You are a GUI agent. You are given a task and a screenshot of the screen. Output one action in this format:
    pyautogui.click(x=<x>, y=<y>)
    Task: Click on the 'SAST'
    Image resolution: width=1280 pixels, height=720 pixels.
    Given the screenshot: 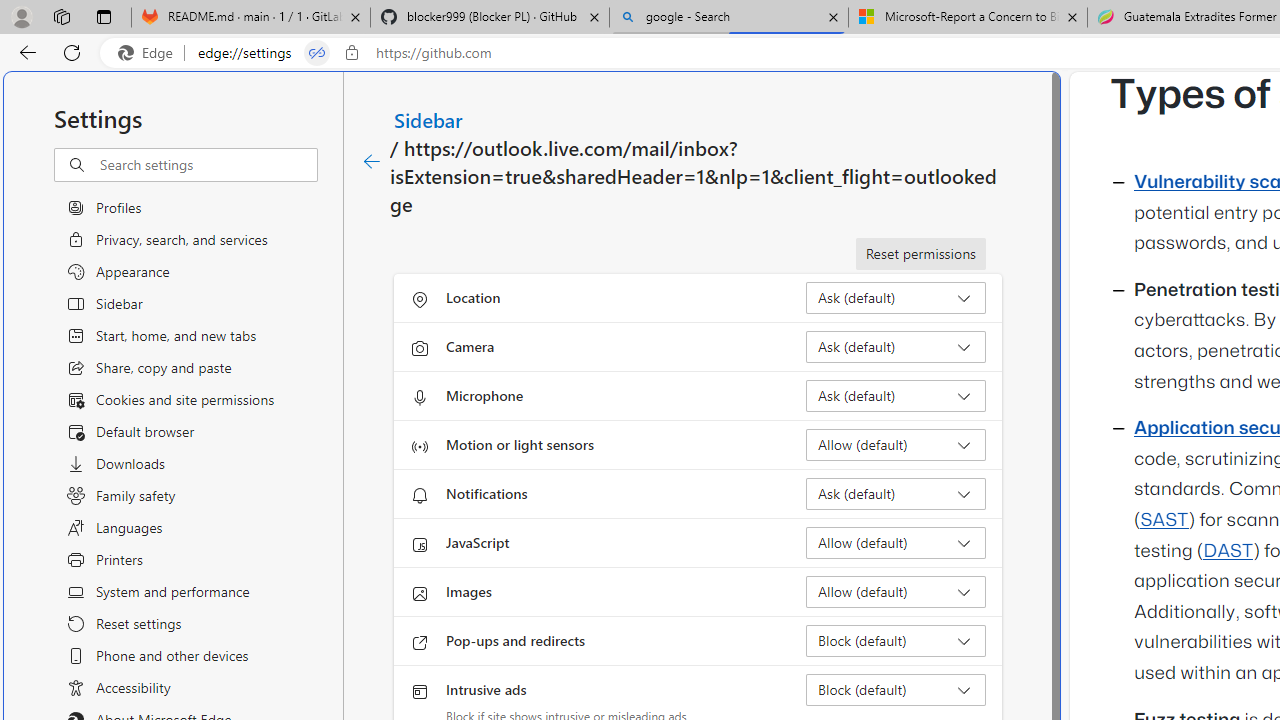 What is the action you would take?
    pyautogui.click(x=1164, y=519)
    